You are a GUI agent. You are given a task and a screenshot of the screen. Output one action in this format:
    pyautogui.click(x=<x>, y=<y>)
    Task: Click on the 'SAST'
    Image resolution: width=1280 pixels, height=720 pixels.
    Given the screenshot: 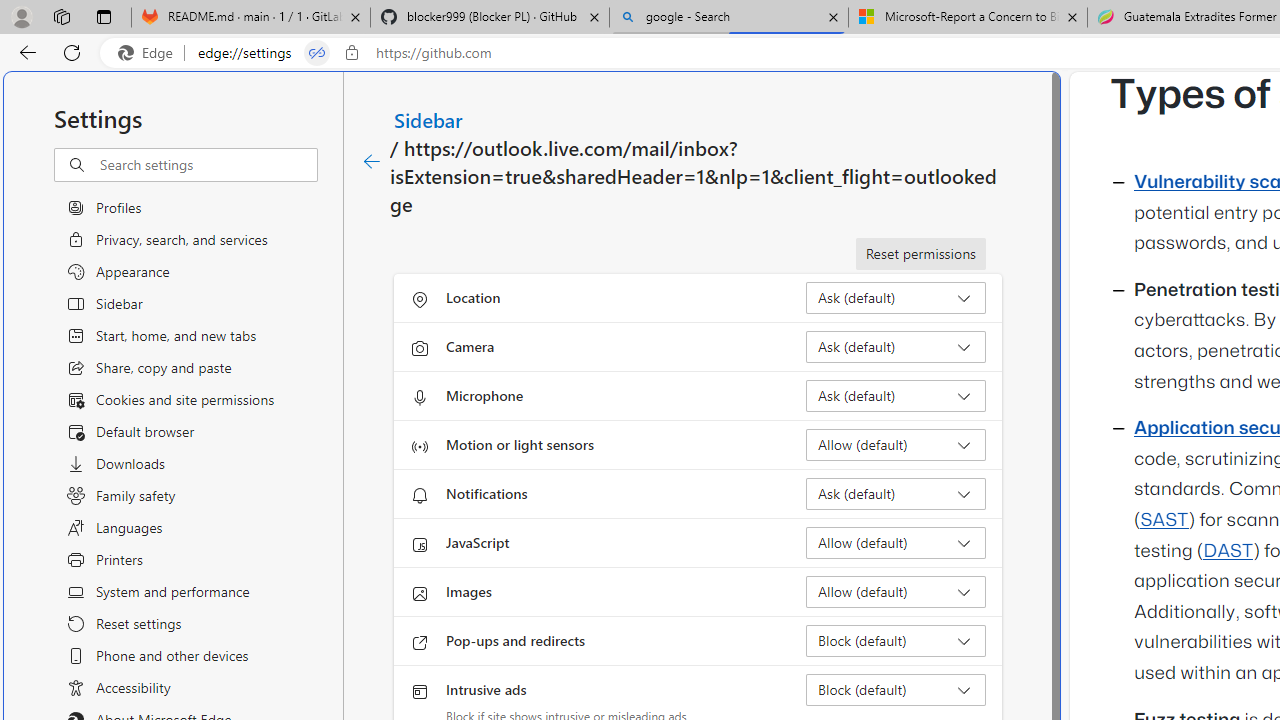 What is the action you would take?
    pyautogui.click(x=1164, y=519)
    